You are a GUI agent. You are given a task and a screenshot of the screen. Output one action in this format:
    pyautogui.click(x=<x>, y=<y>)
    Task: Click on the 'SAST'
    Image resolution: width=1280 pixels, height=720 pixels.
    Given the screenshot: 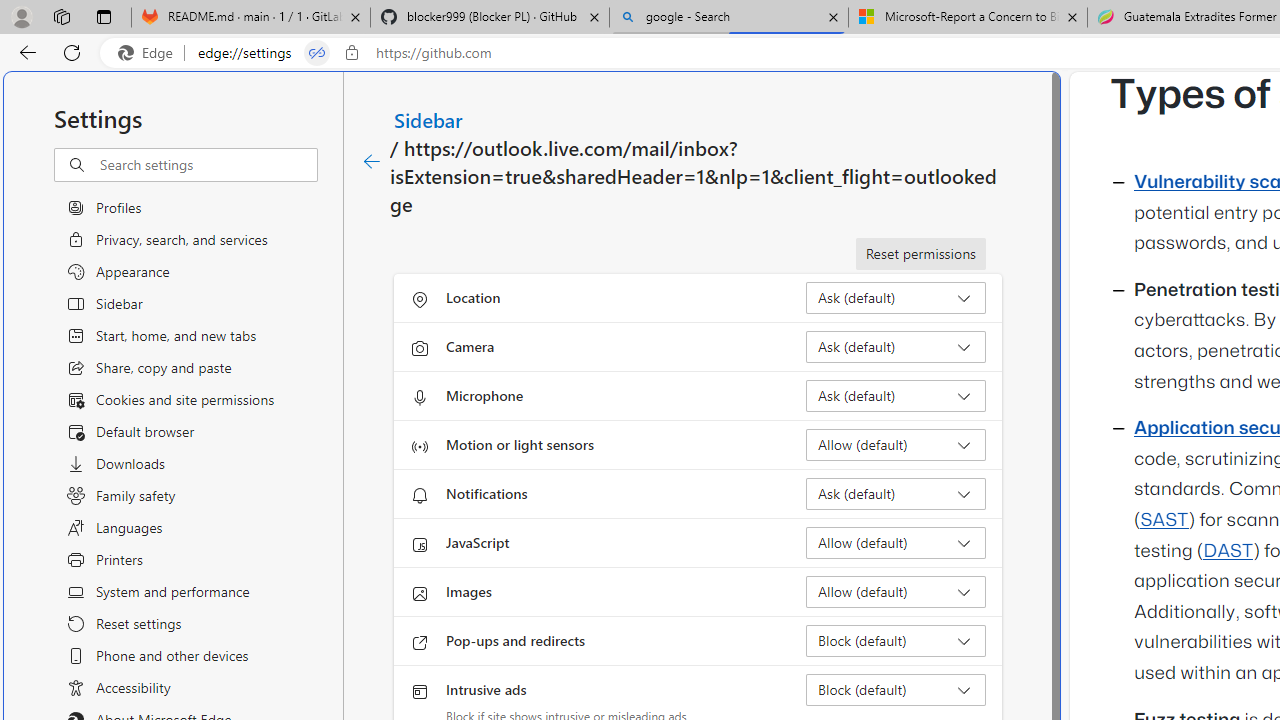 What is the action you would take?
    pyautogui.click(x=1164, y=519)
    